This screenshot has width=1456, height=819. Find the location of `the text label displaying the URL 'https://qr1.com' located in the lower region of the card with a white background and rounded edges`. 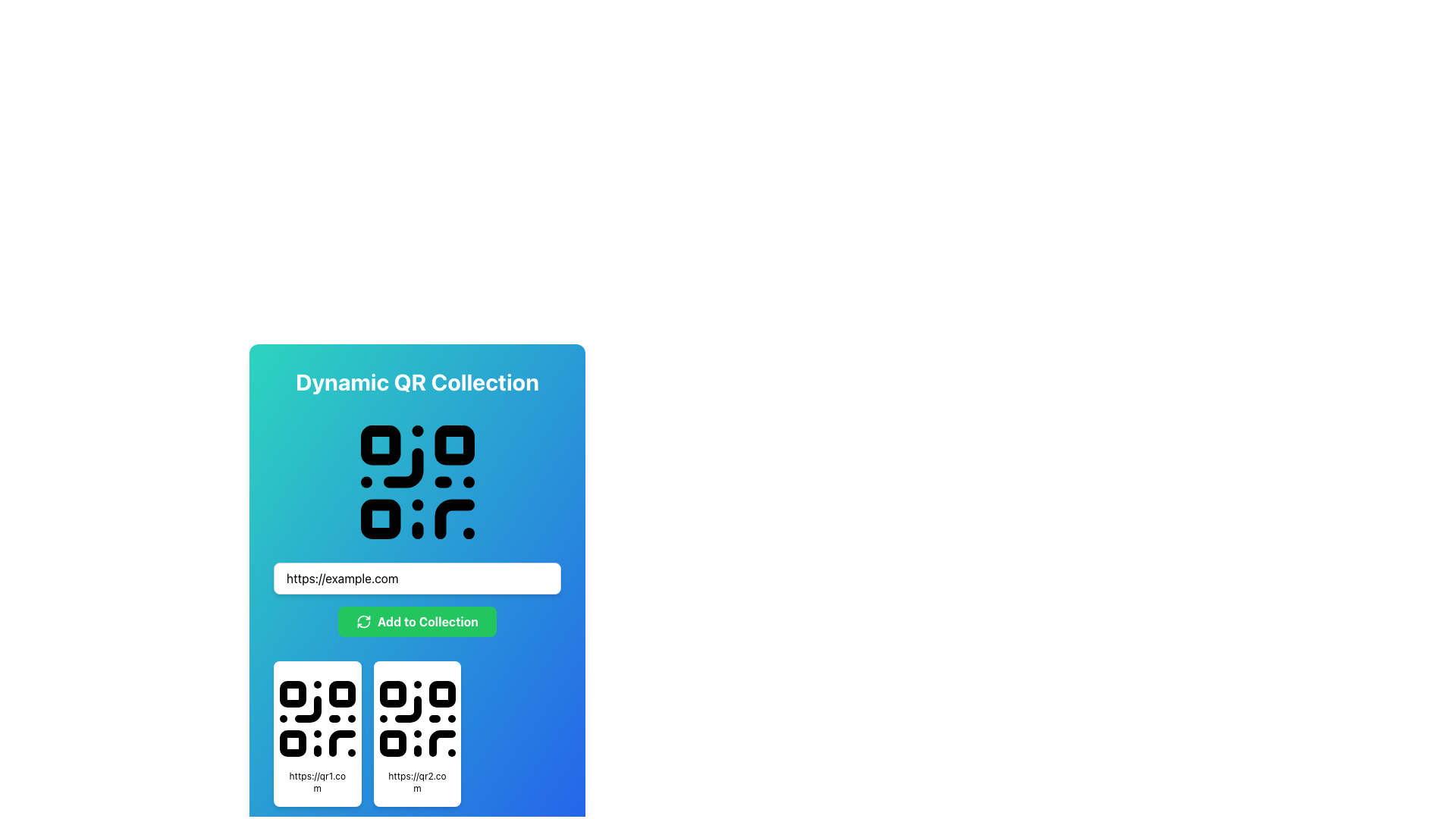

the text label displaying the URL 'https://qr1.com' located in the lower region of the card with a white background and rounded edges is located at coordinates (316, 783).